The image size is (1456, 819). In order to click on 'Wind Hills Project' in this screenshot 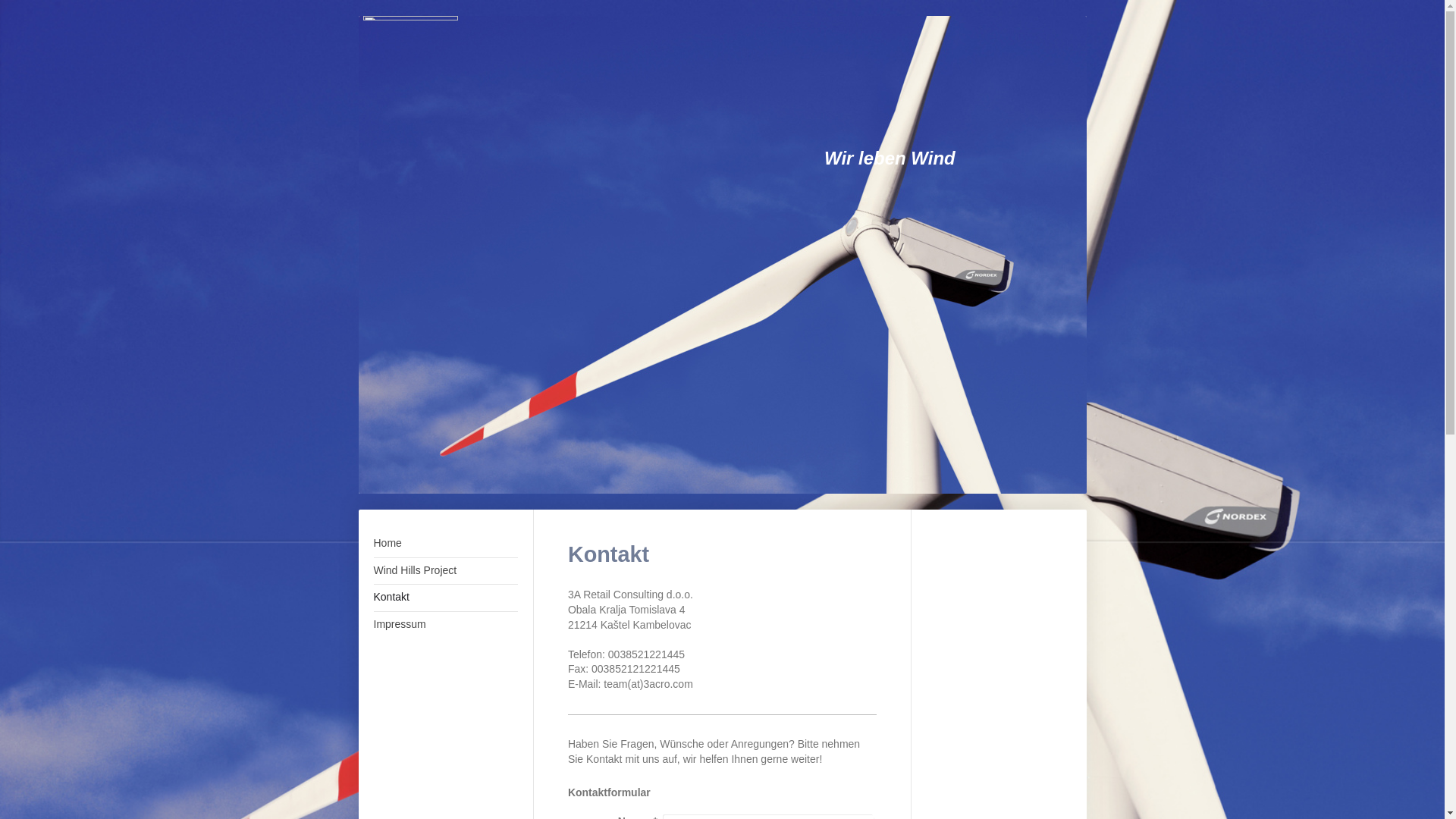, I will do `click(444, 571)`.